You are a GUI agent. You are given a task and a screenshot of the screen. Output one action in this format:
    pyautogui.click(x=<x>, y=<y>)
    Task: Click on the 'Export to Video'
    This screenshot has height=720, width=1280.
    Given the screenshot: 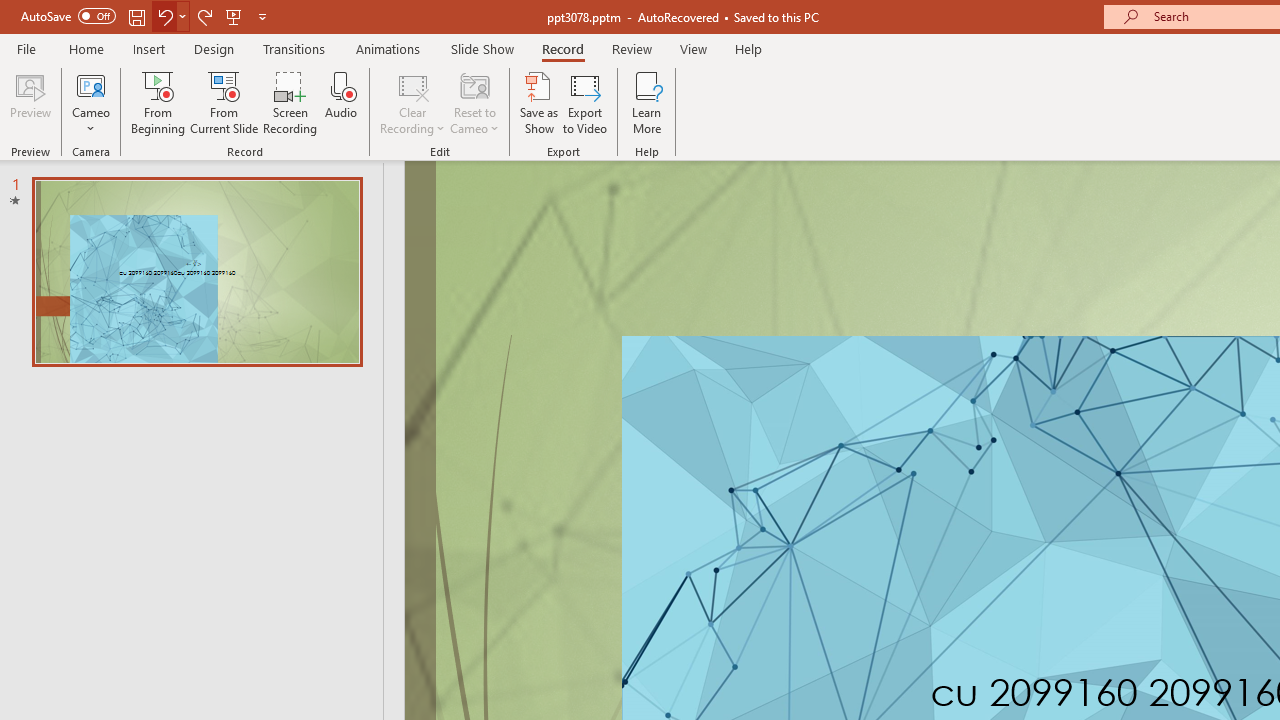 What is the action you would take?
    pyautogui.click(x=584, y=103)
    